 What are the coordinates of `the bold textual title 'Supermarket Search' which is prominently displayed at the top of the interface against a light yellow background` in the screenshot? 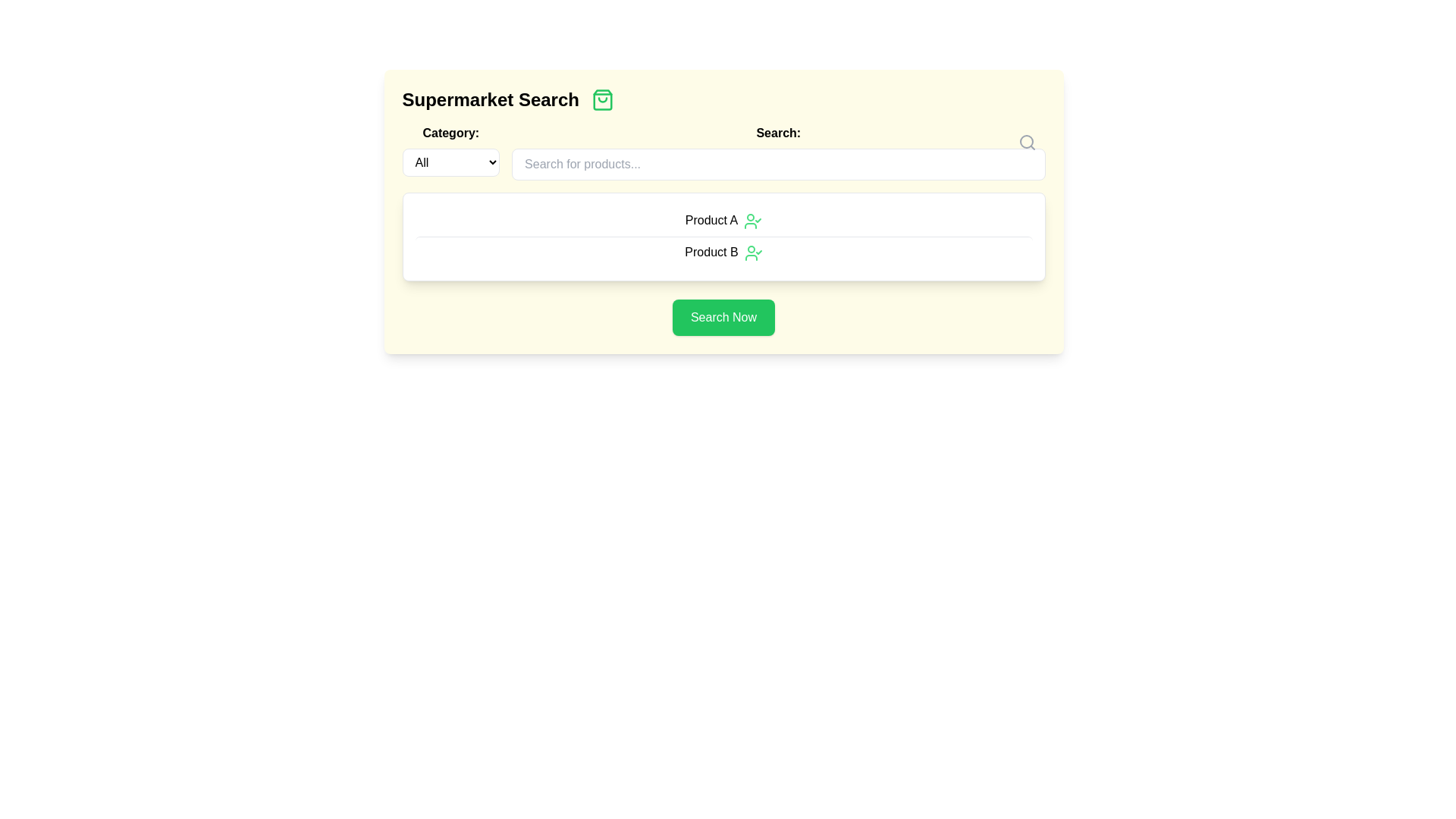 It's located at (491, 99).